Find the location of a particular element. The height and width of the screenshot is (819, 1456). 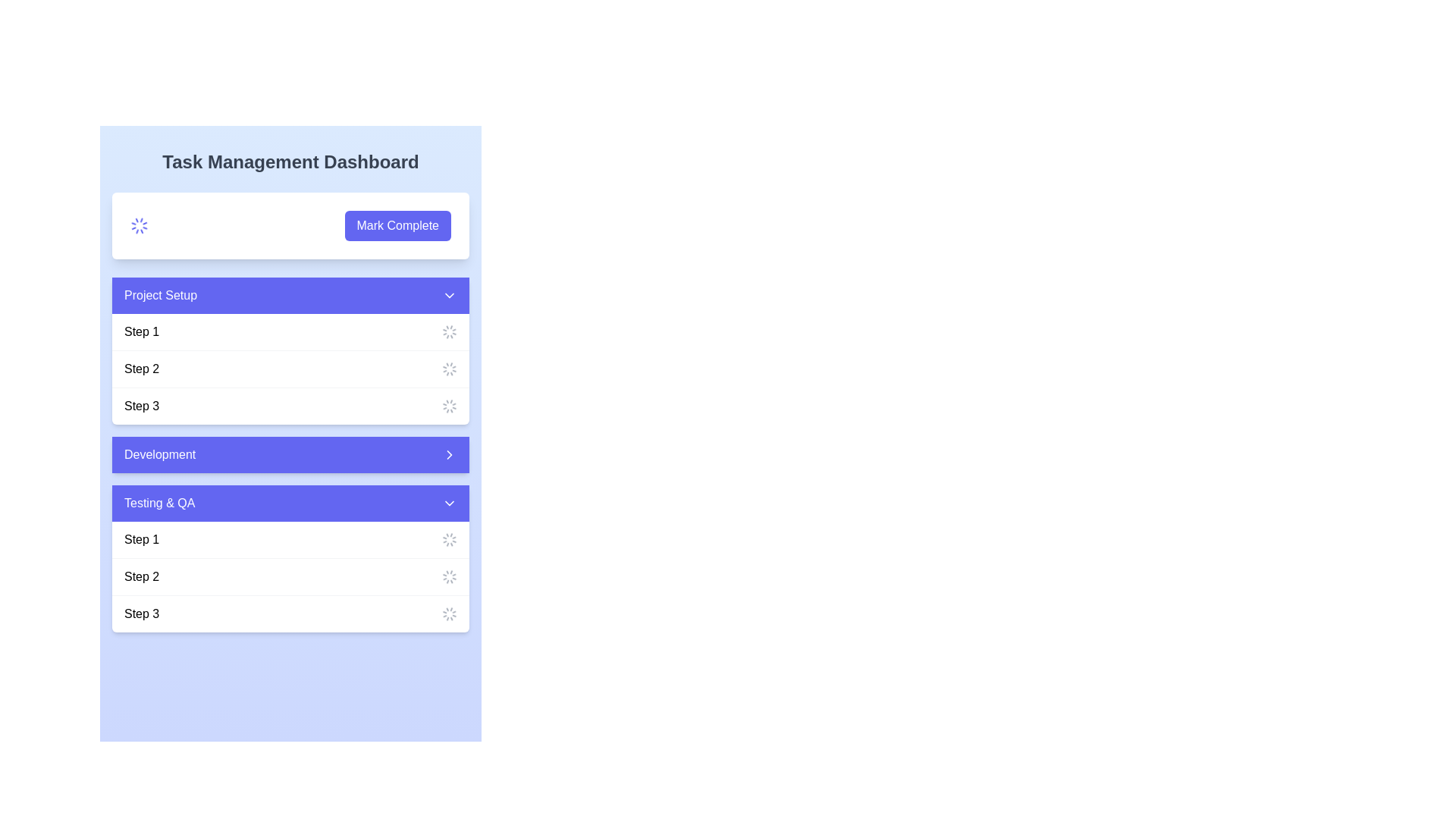

the 'Development' text label within the collapsible menu that has a vibrant purple background and is part of a vertical list of sections is located at coordinates (160, 454).